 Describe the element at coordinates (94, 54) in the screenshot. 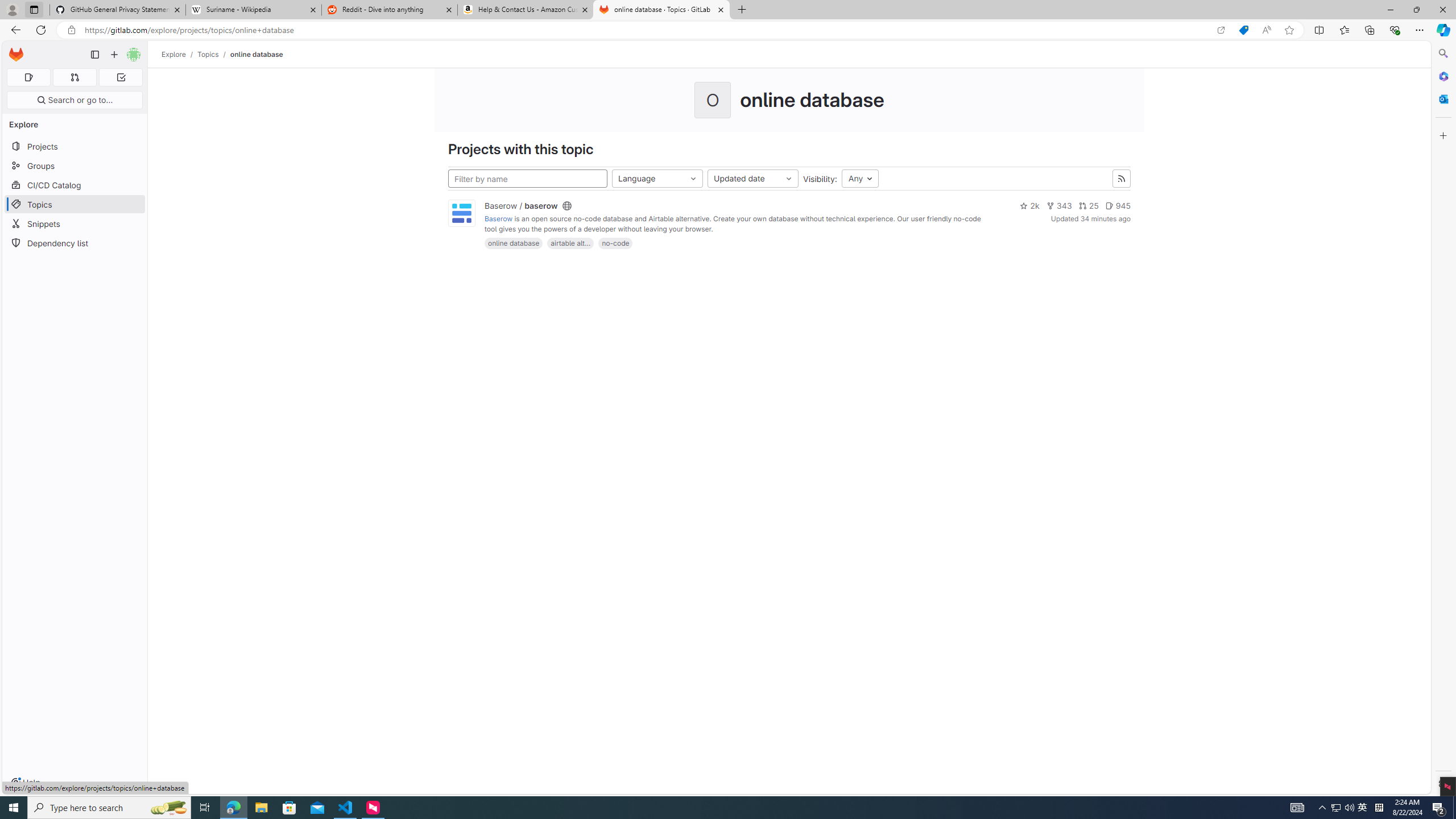

I see `'Primary navigation sidebar'` at that location.